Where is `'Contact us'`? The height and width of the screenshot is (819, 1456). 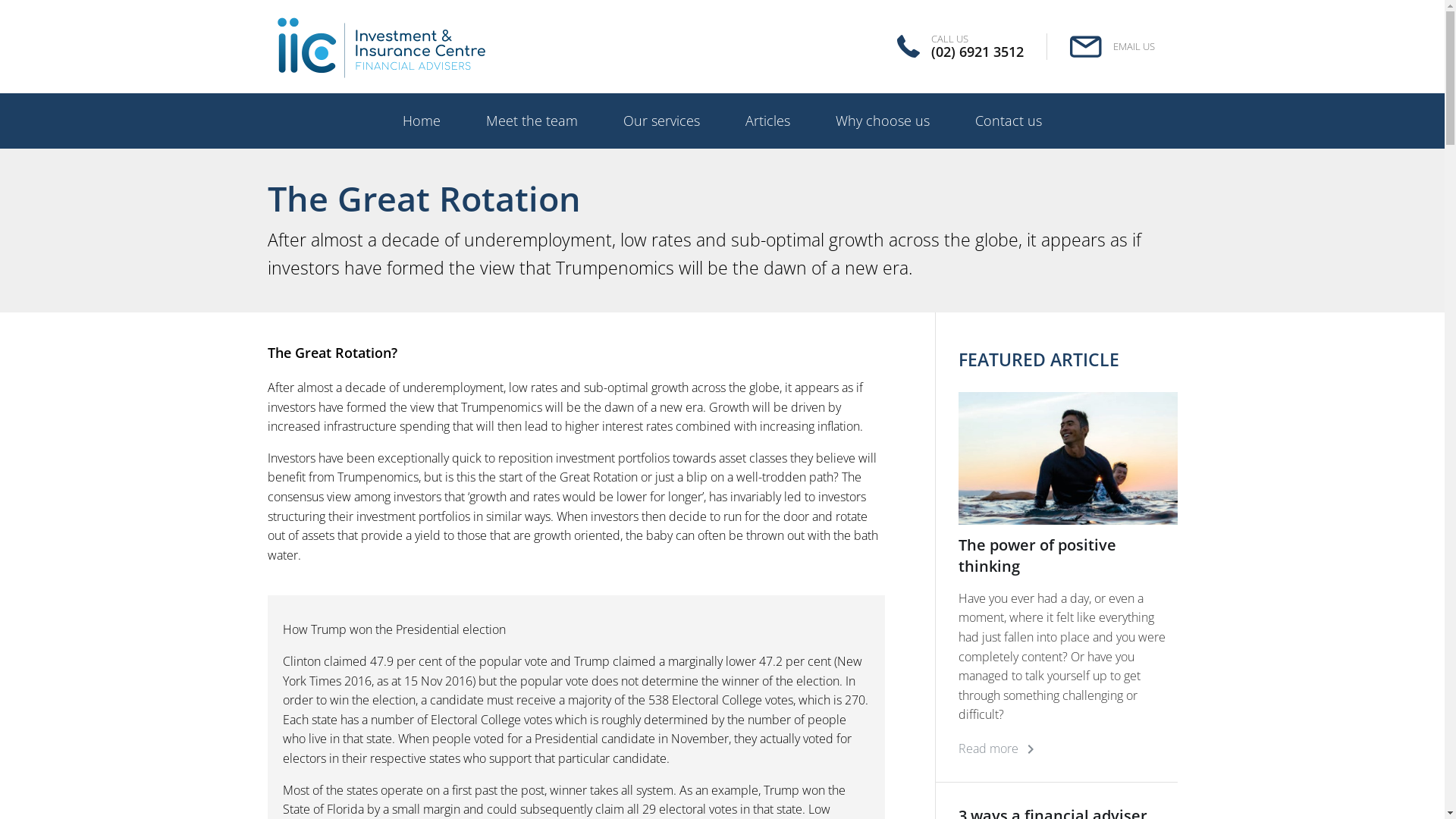
'Contact us' is located at coordinates (1008, 120).